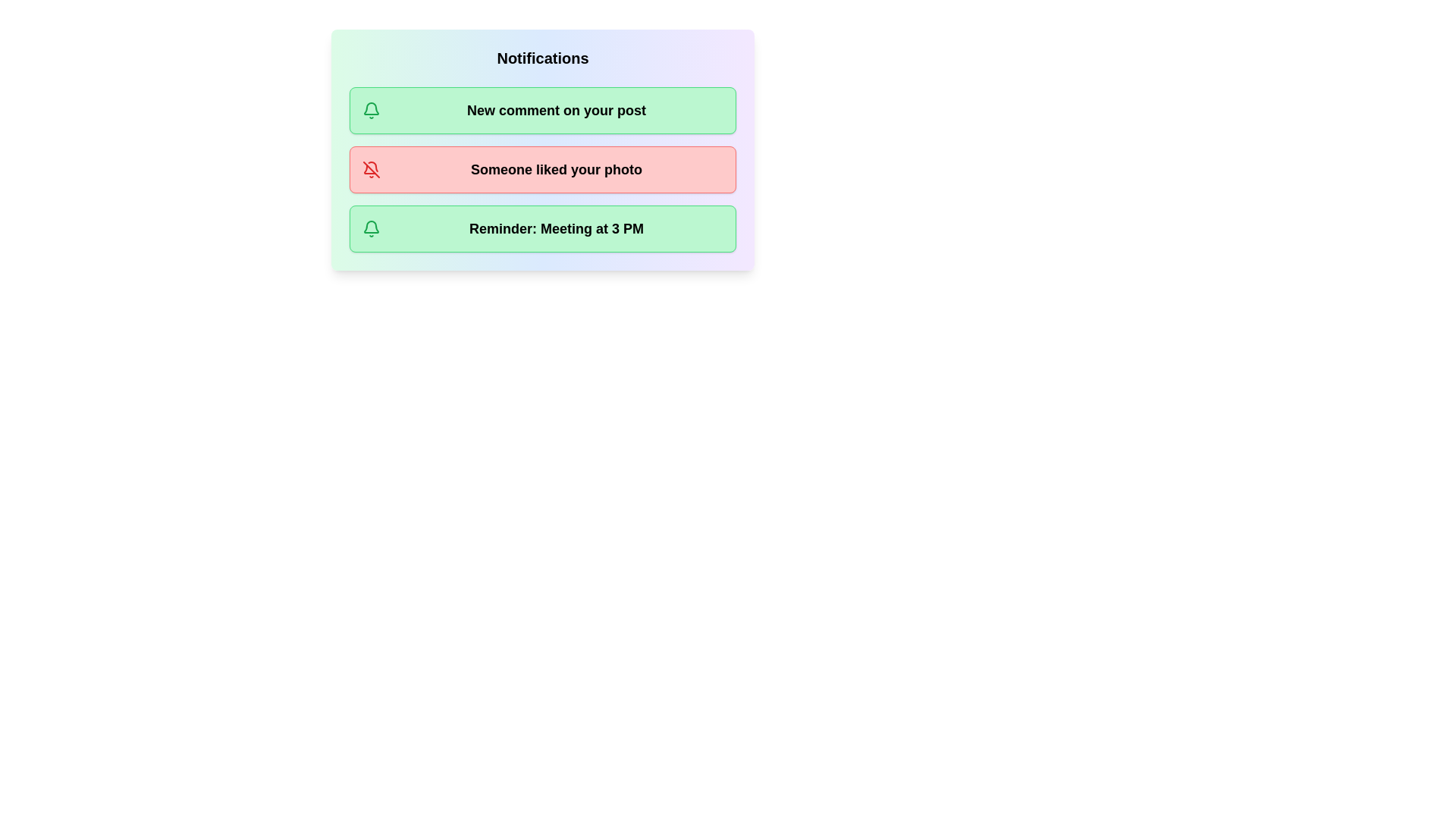 Image resolution: width=1456 pixels, height=819 pixels. I want to click on the notification chip labeled 'Someone liked your photo' to observe the hover effect, so click(542, 169).